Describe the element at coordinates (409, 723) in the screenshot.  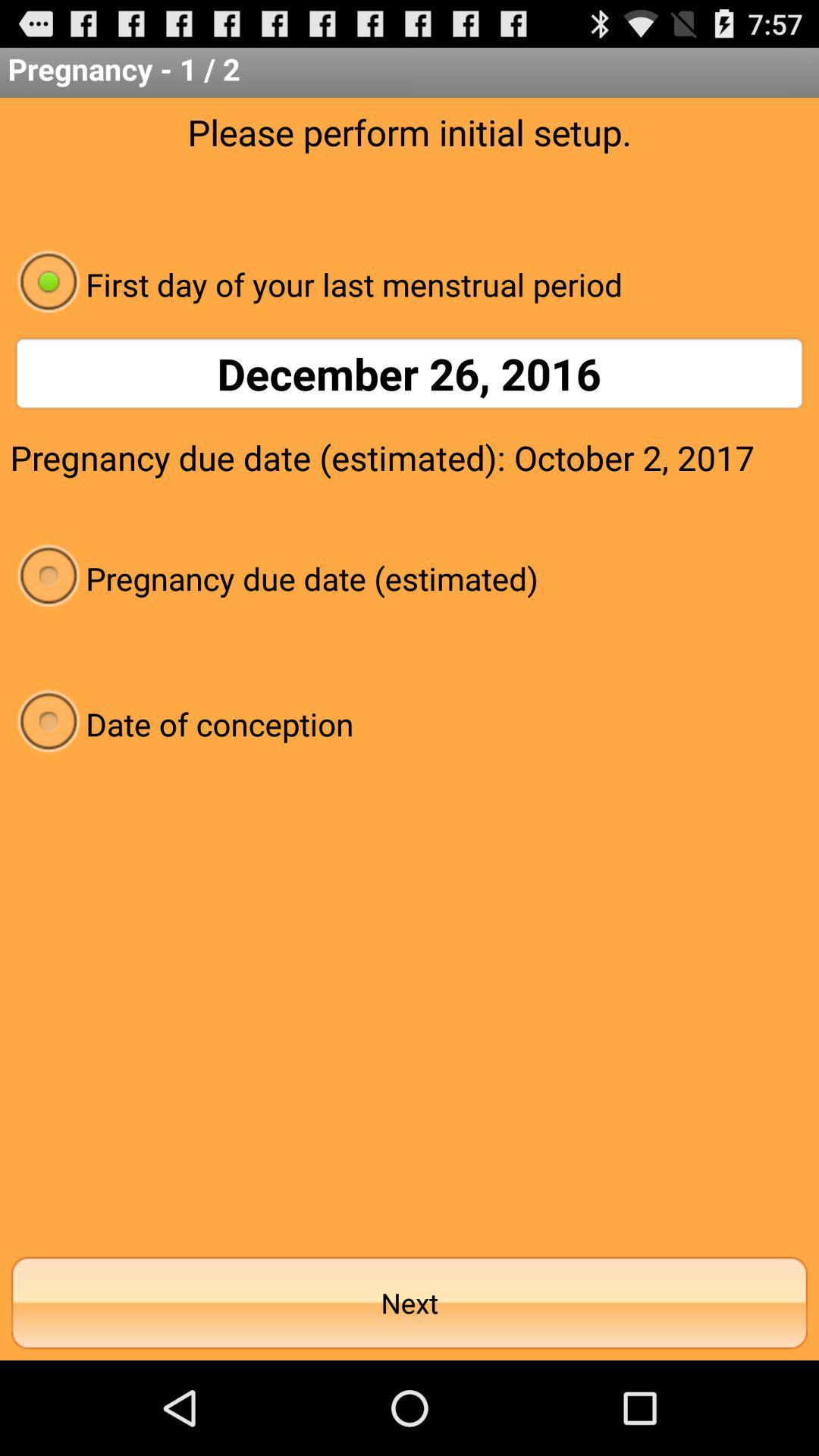
I see `the radio button below the pregnancy due date icon` at that location.